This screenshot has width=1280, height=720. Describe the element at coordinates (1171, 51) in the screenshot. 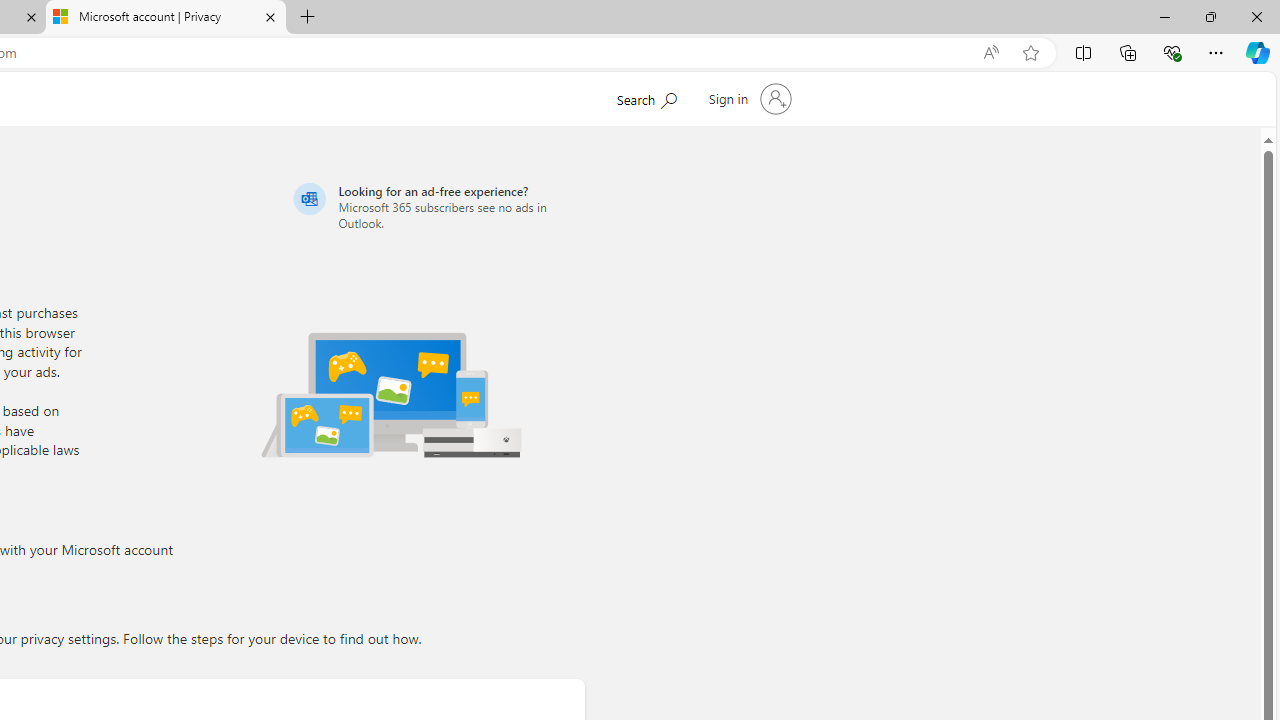

I see `'Browser essentials'` at that location.